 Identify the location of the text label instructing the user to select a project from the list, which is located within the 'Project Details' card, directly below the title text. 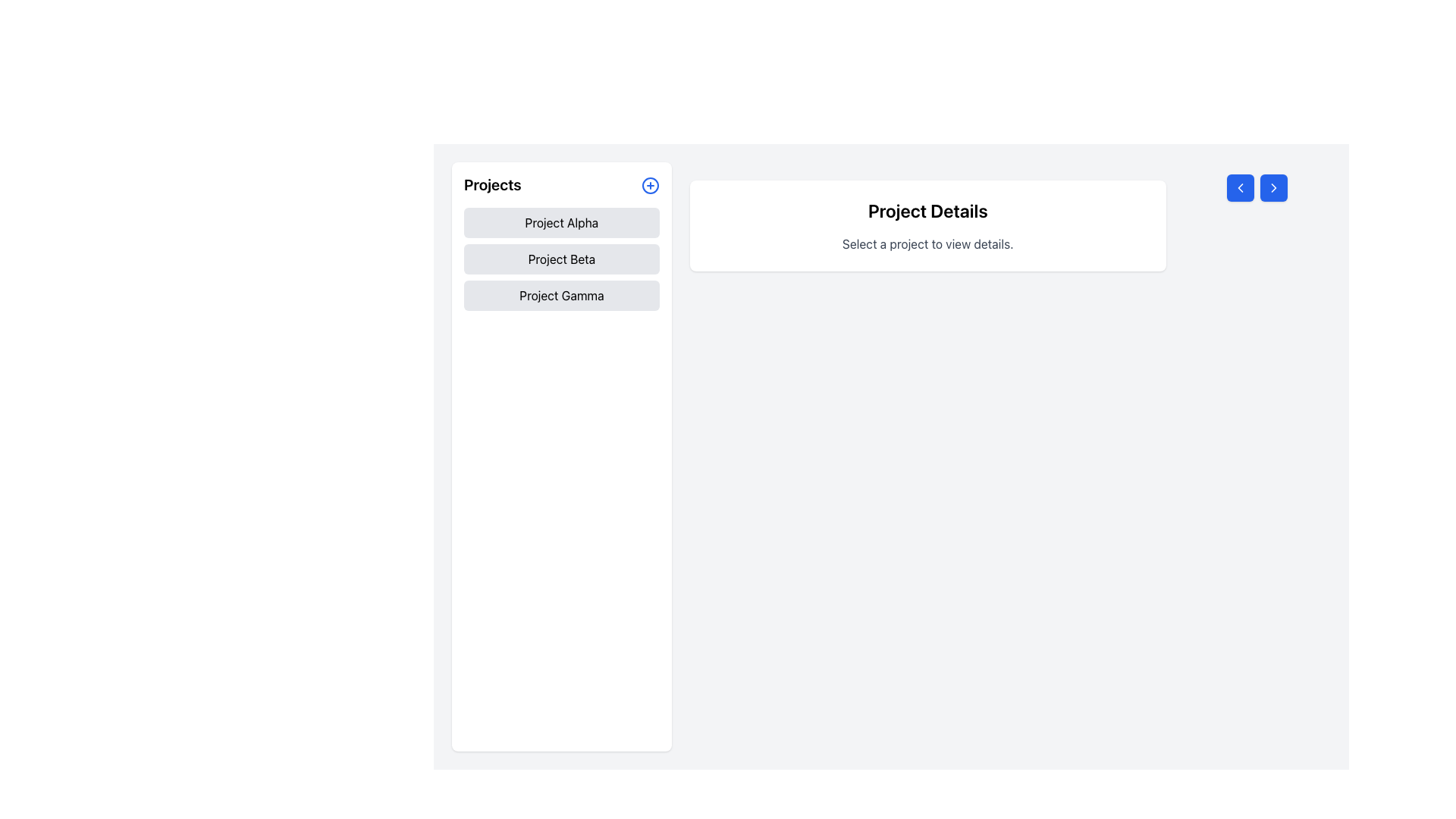
(927, 243).